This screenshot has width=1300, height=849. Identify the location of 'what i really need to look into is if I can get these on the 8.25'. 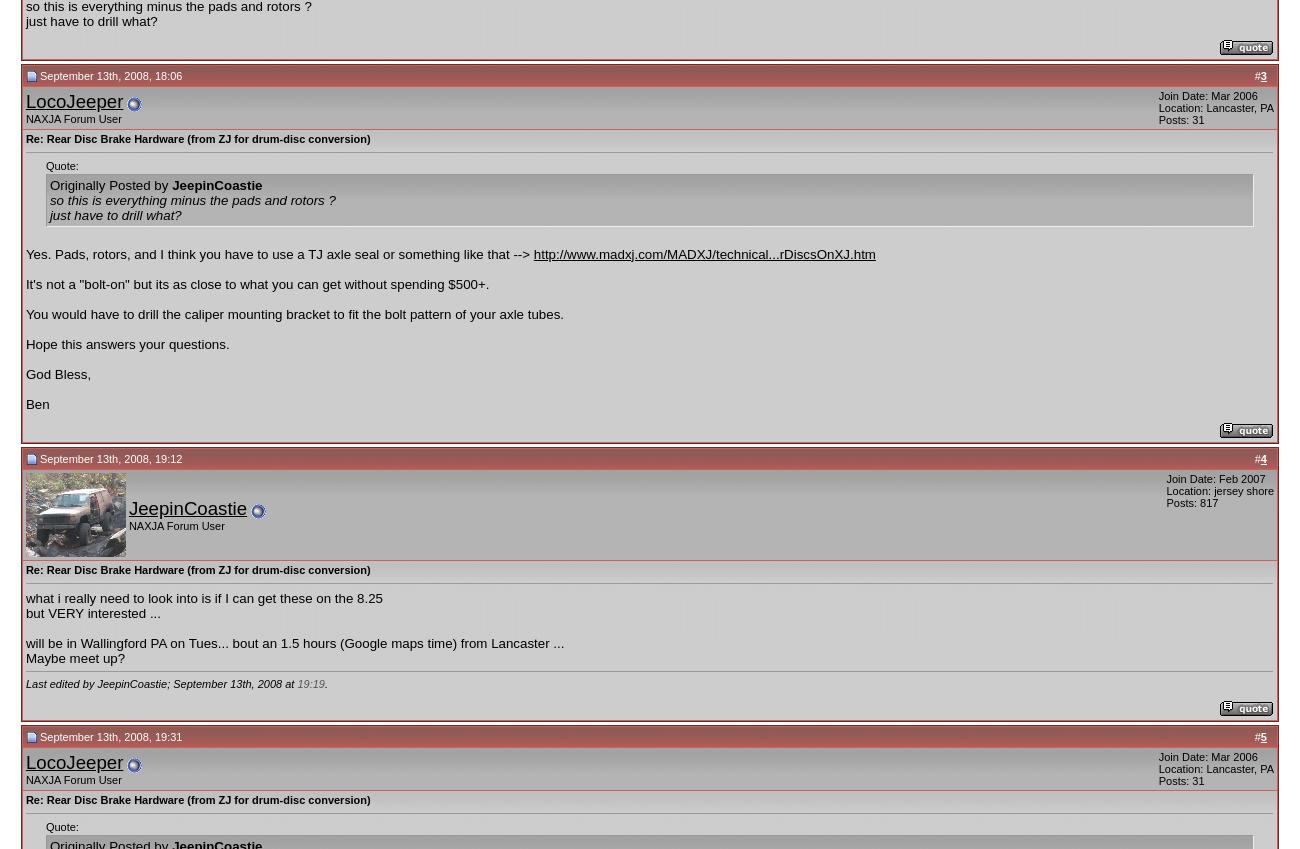
(203, 596).